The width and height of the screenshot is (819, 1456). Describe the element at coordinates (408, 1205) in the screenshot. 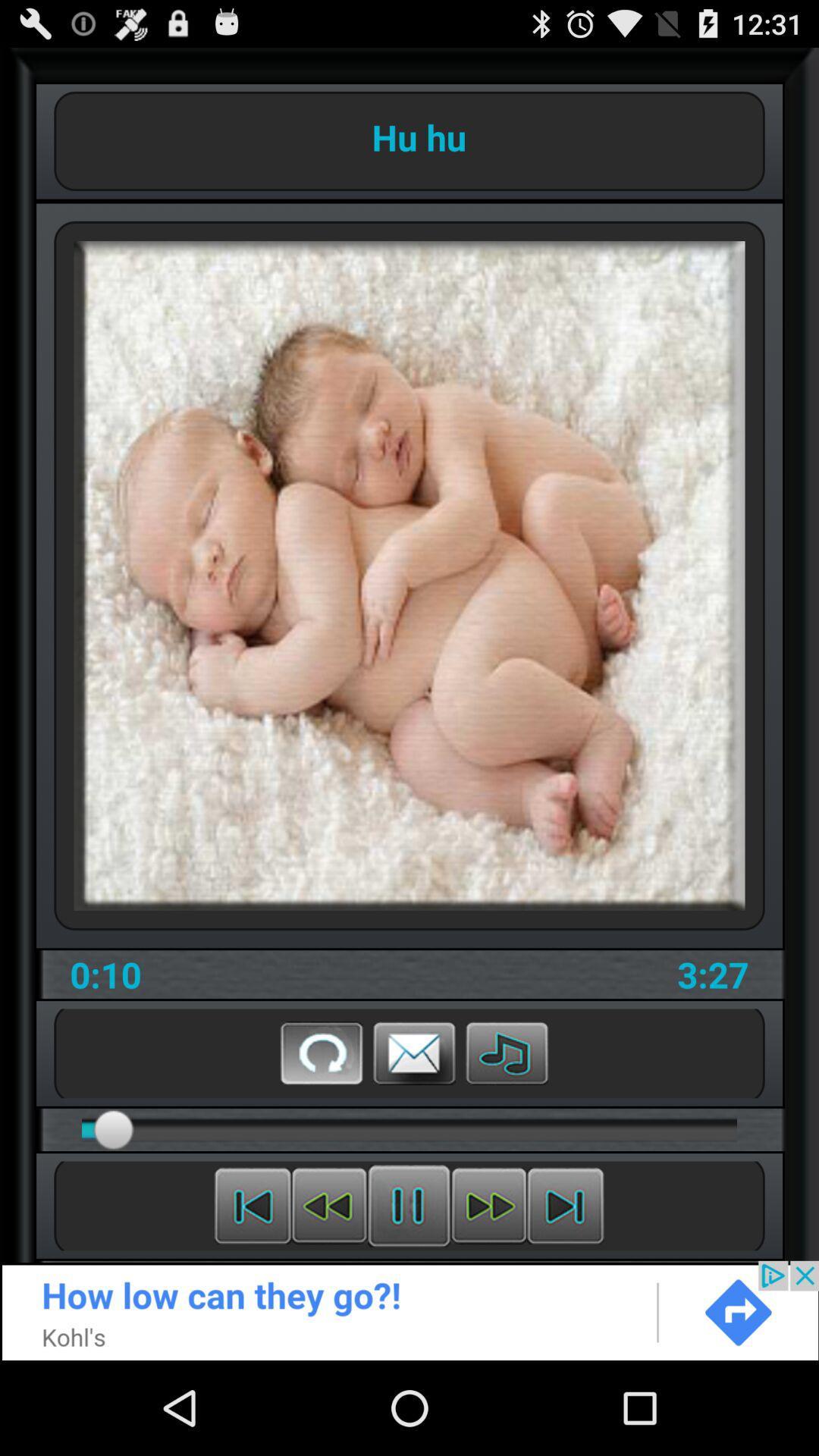

I see `pause` at that location.